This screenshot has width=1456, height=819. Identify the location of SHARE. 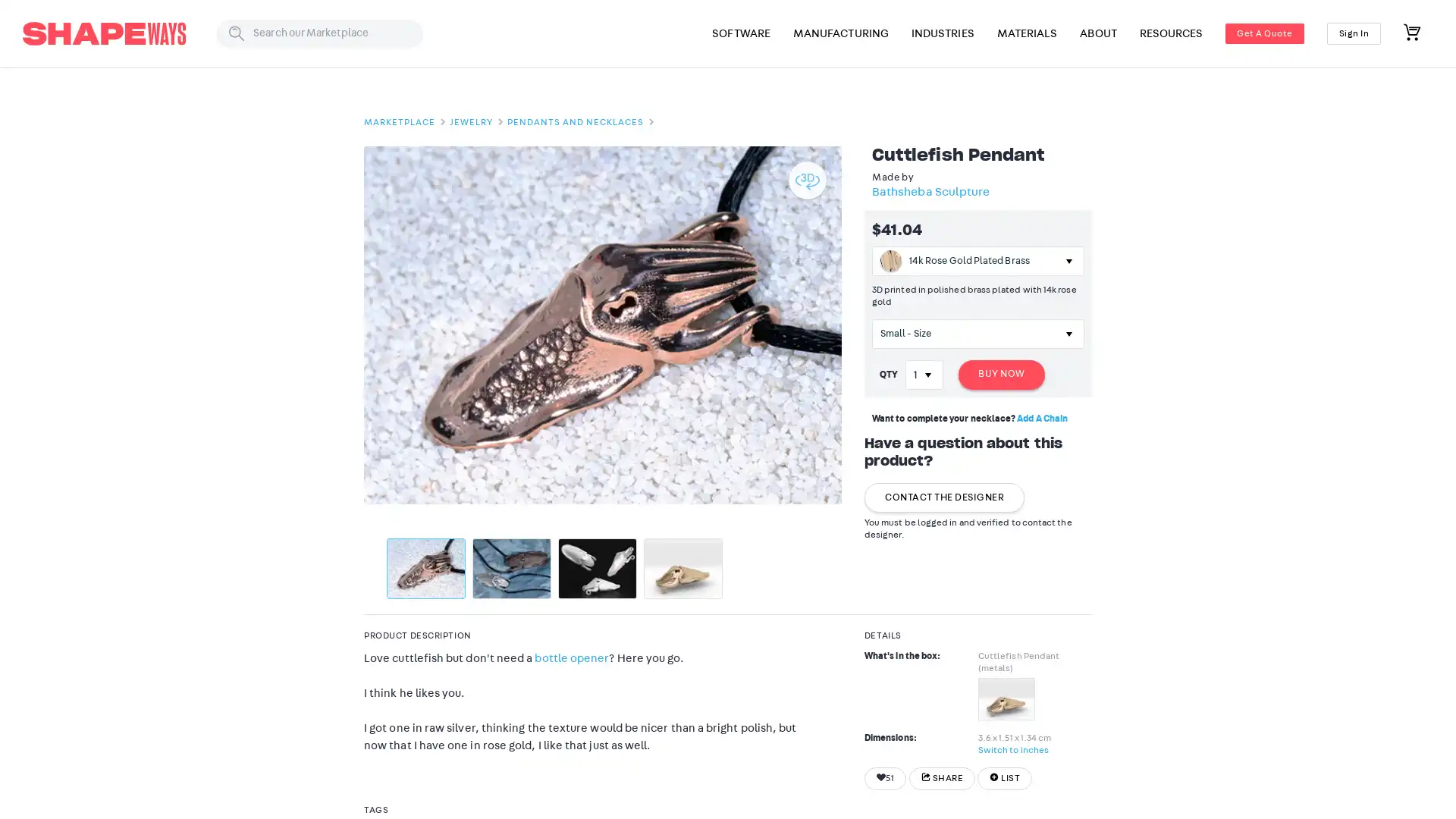
(941, 778).